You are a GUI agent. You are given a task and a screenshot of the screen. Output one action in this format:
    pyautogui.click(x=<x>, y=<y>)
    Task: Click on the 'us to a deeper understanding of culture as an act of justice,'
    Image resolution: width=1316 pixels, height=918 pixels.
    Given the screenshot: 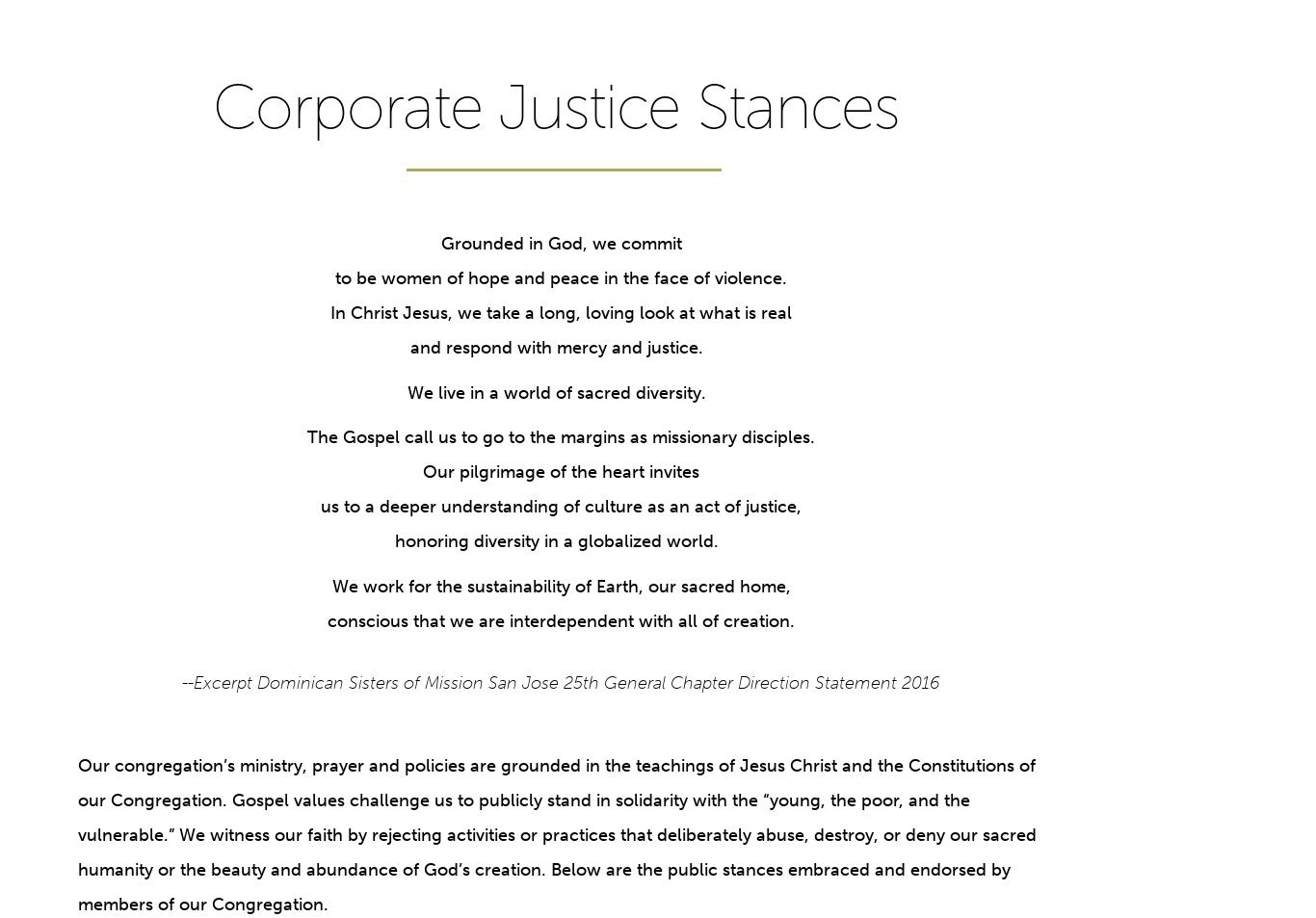 What is the action you would take?
    pyautogui.click(x=560, y=506)
    